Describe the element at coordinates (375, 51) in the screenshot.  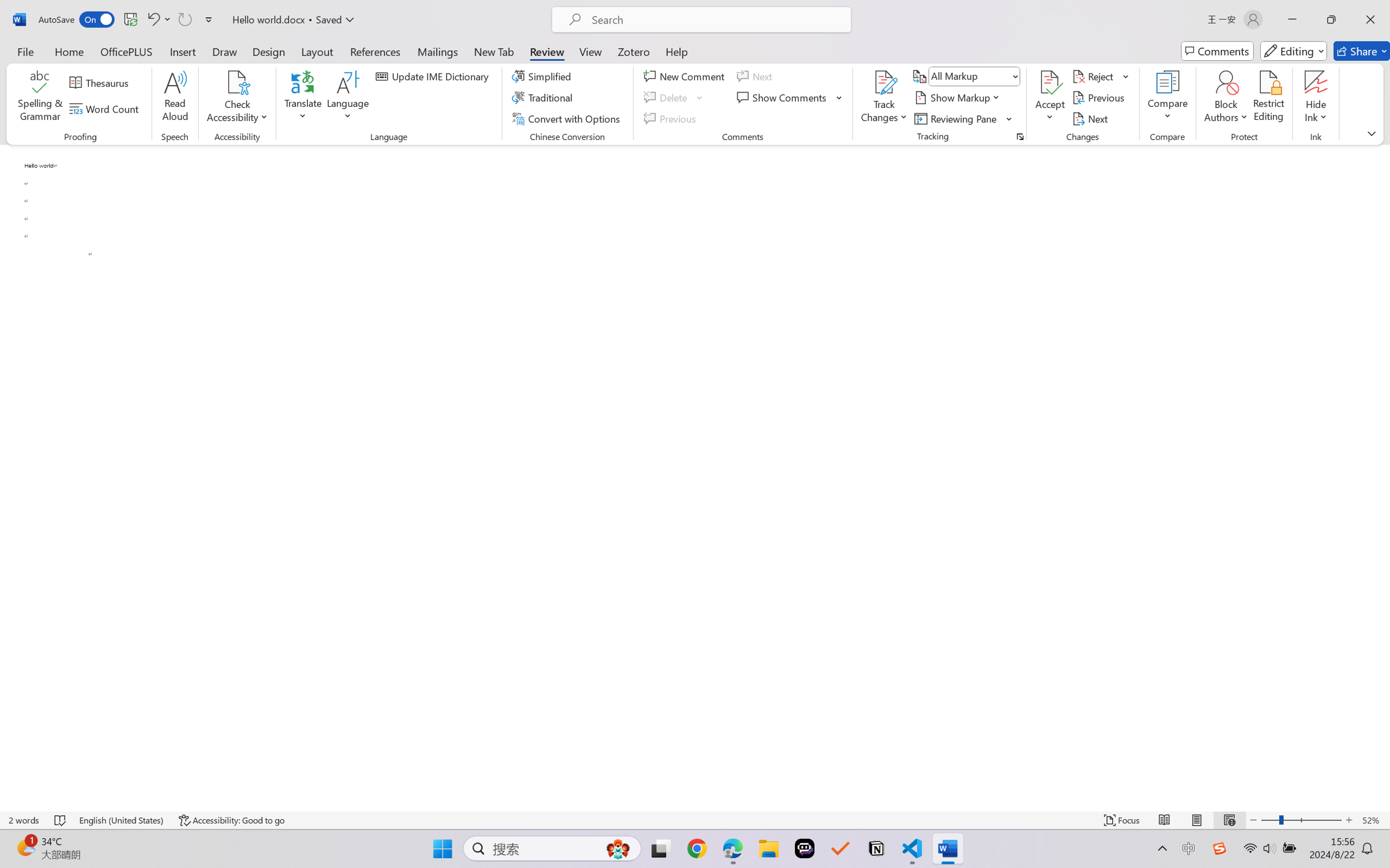
I see `'References'` at that location.